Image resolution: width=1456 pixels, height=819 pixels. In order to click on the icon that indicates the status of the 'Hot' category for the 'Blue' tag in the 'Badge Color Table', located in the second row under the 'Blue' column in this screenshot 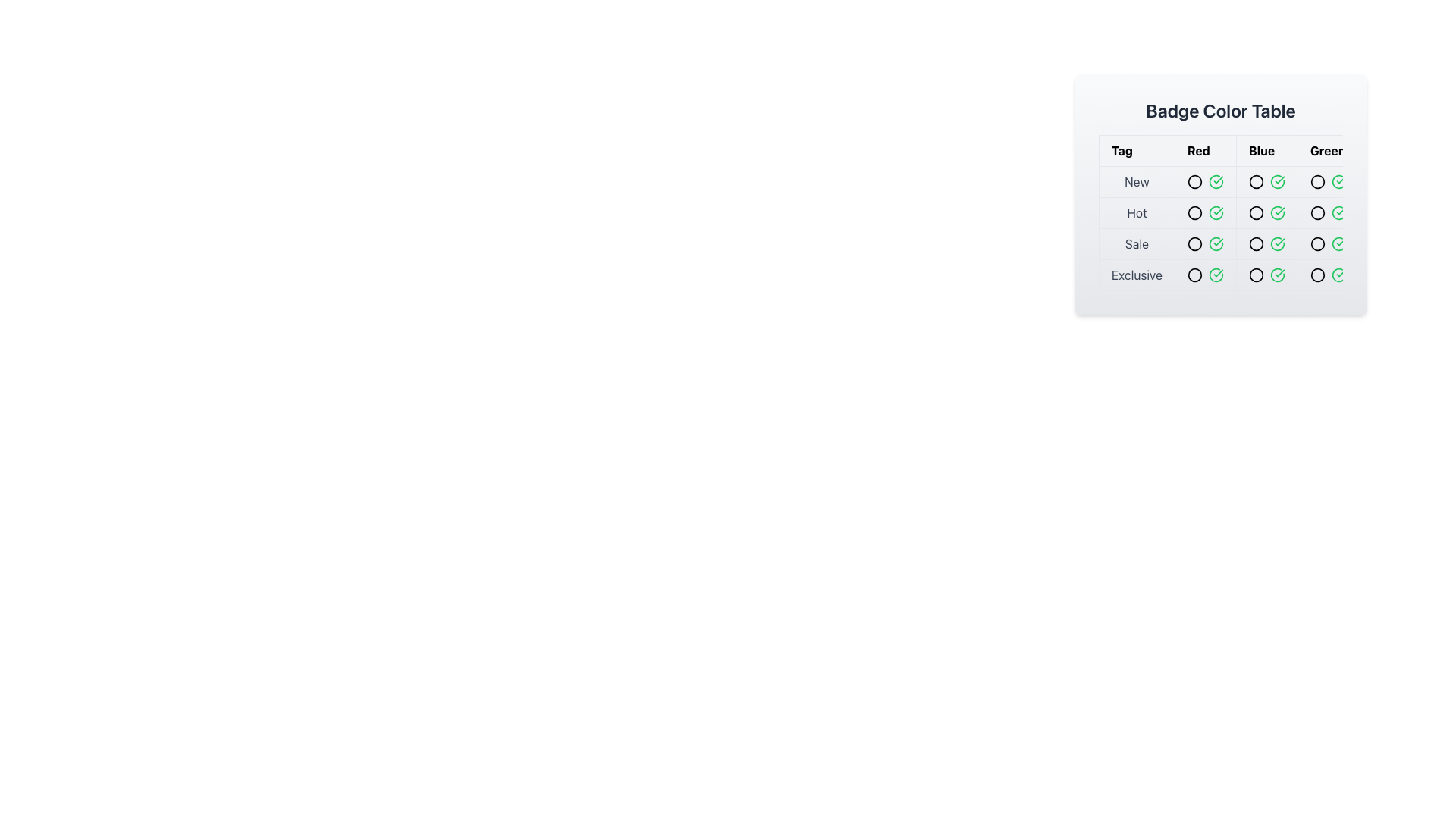, I will do `click(1256, 213)`.